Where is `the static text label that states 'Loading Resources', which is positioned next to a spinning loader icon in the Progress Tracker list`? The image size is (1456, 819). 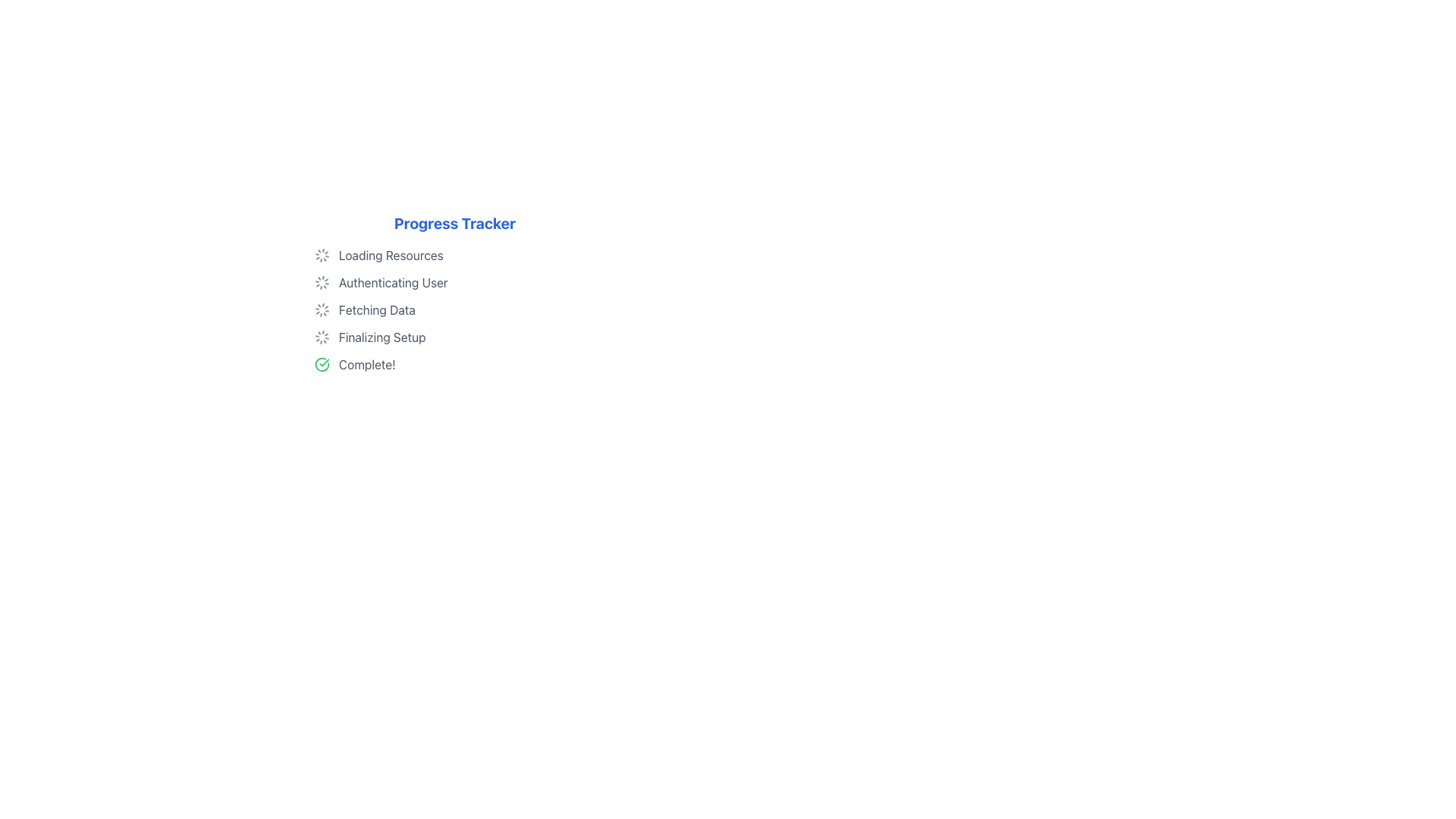
the static text label that states 'Loading Resources', which is positioned next to a spinning loader icon in the Progress Tracker list is located at coordinates (391, 254).